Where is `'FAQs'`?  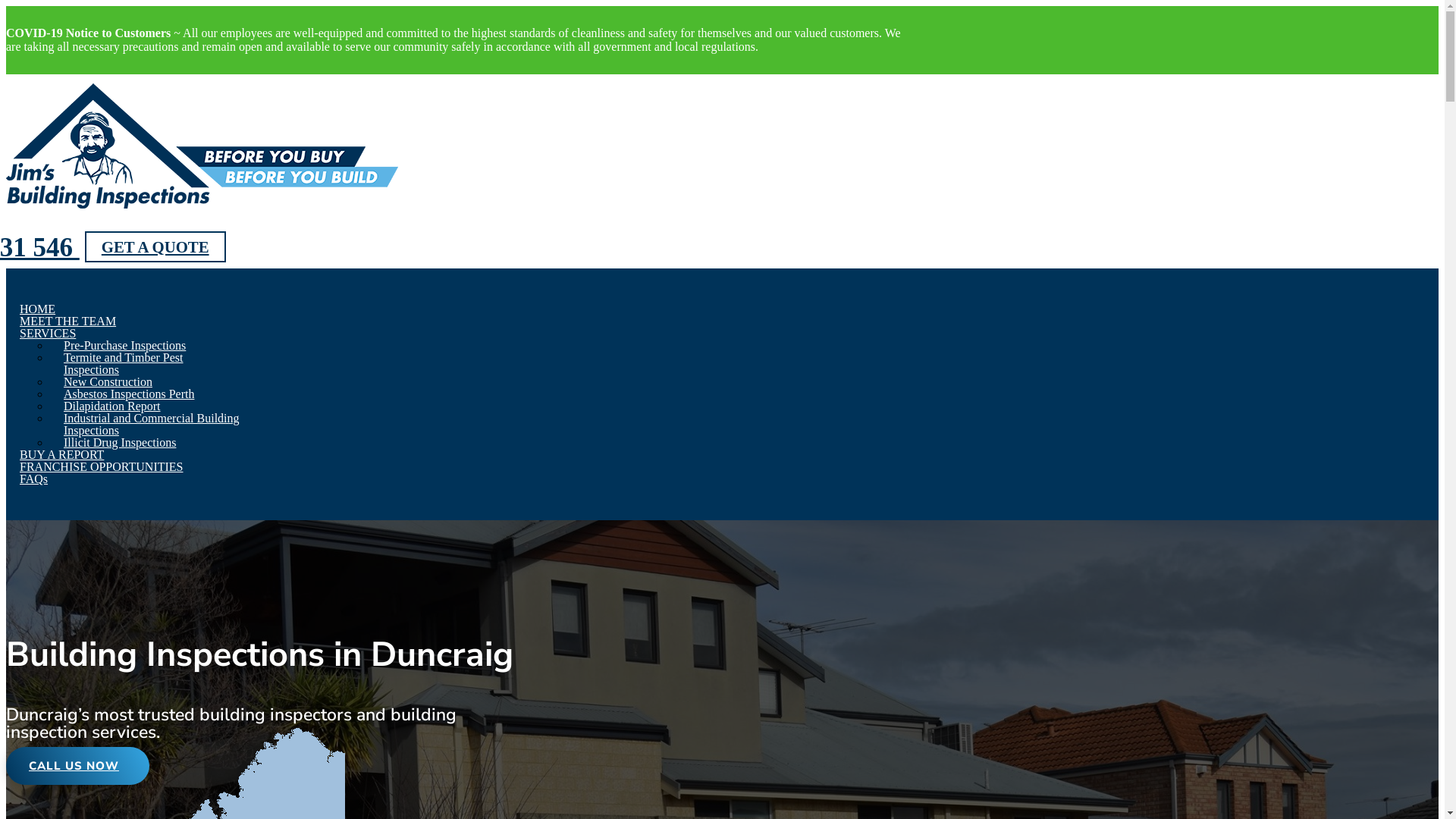
'FAQs' is located at coordinates (33, 479).